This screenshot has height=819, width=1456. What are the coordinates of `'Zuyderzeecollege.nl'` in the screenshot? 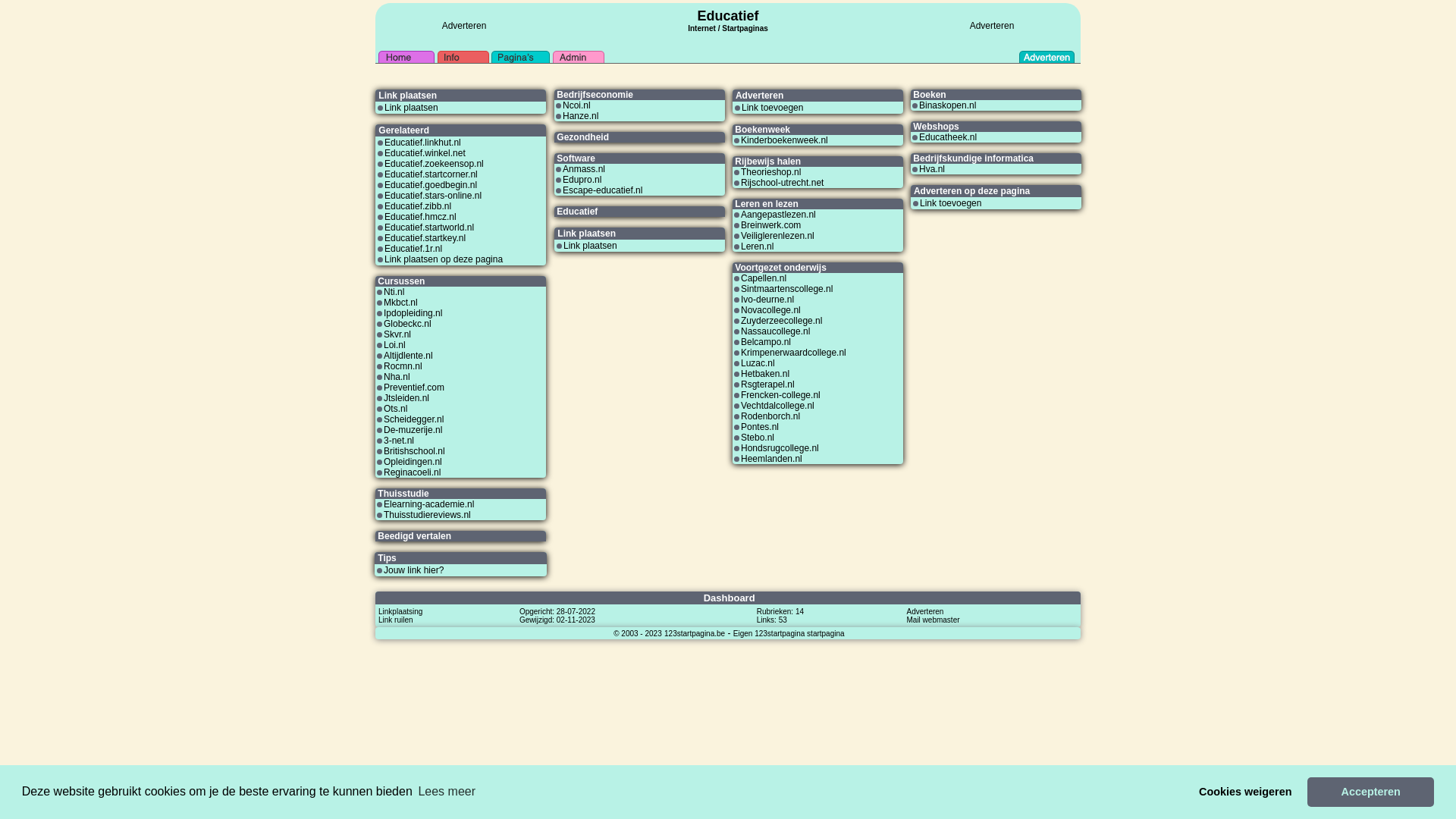 It's located at (781, 320).